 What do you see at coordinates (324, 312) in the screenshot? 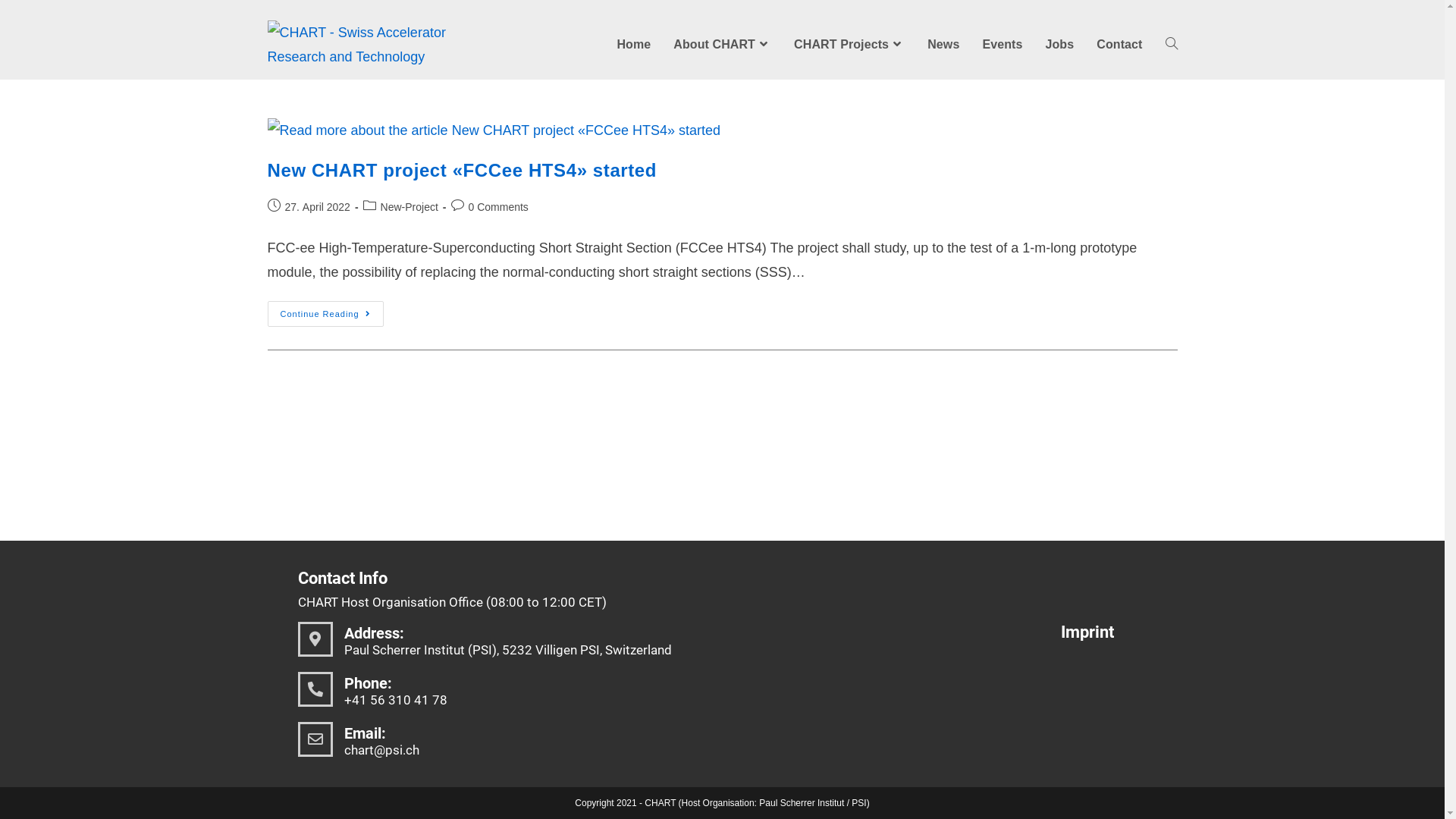
I see `'Continue Reading'` at bounding box center [324, 312].